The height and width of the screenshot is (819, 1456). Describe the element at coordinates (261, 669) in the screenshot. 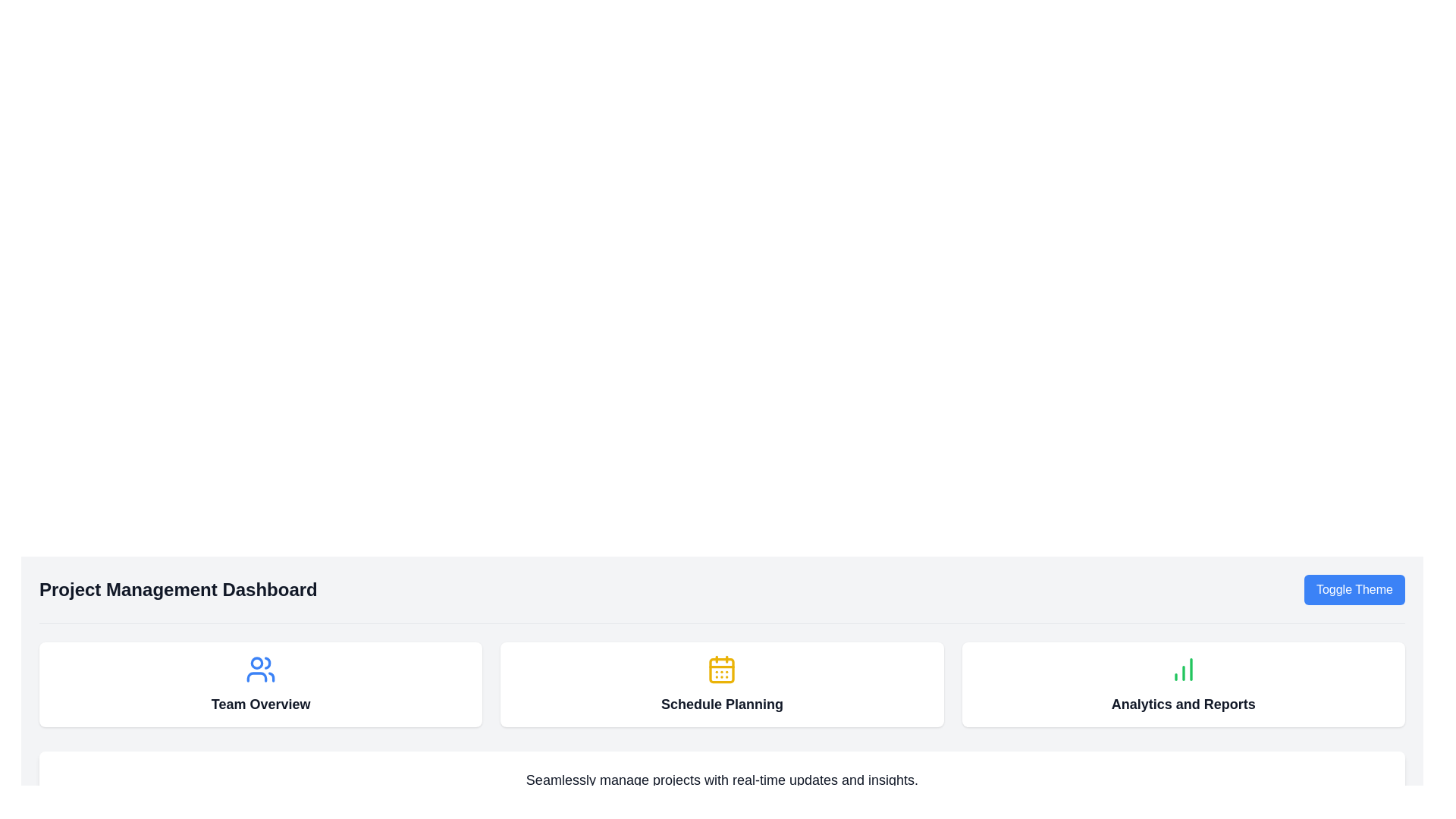

I see `the blue icon representing two user figures, located at the center top of the 'Team Overview' card` at that location.